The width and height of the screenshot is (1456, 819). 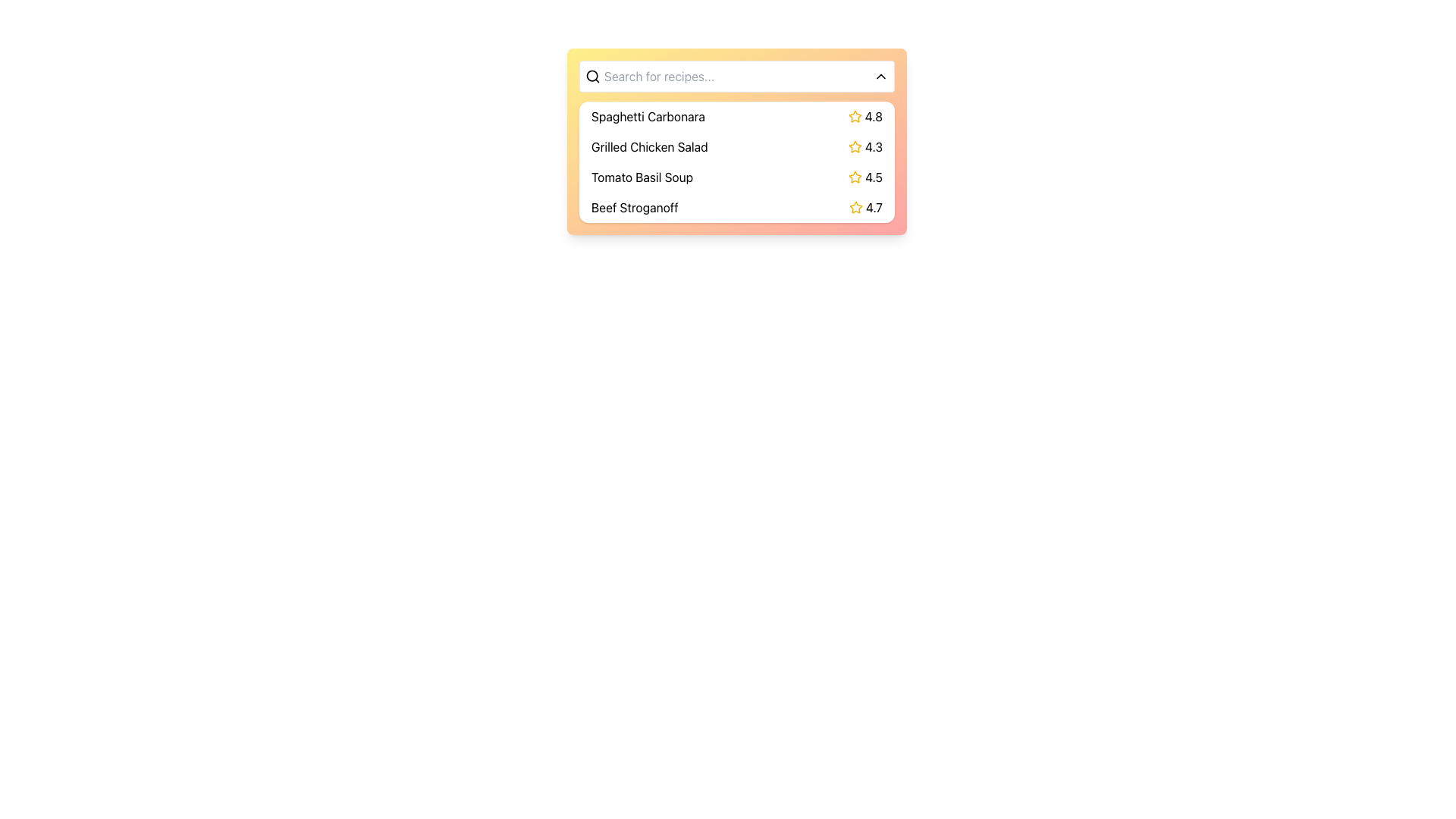 I want to click on the upward triangular arrow button located on the right side of the input field within the search bar, so click(x=880, y=76).